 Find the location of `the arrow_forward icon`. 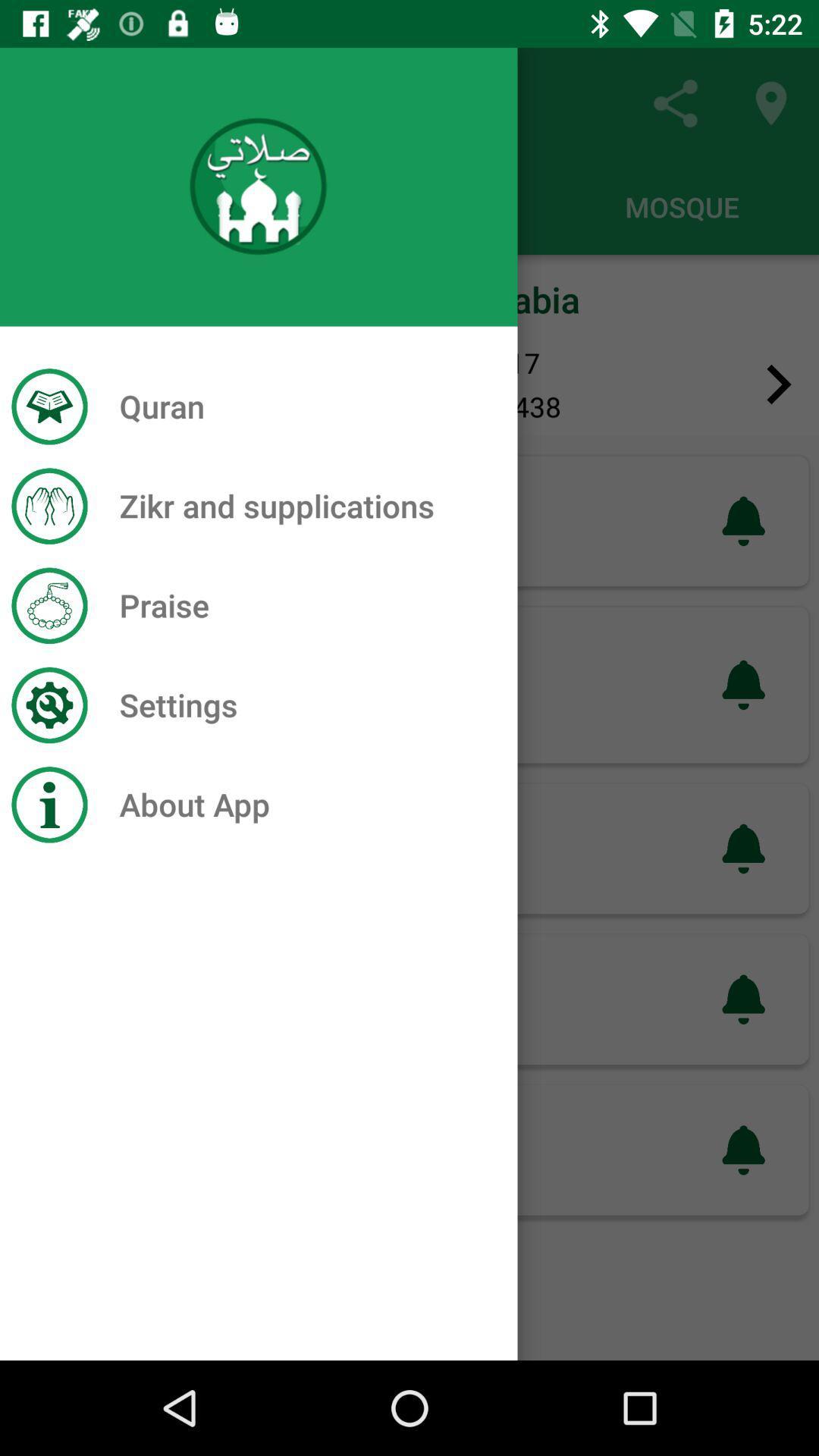

the arrow_forward icon is located at coordinates (779, 384).